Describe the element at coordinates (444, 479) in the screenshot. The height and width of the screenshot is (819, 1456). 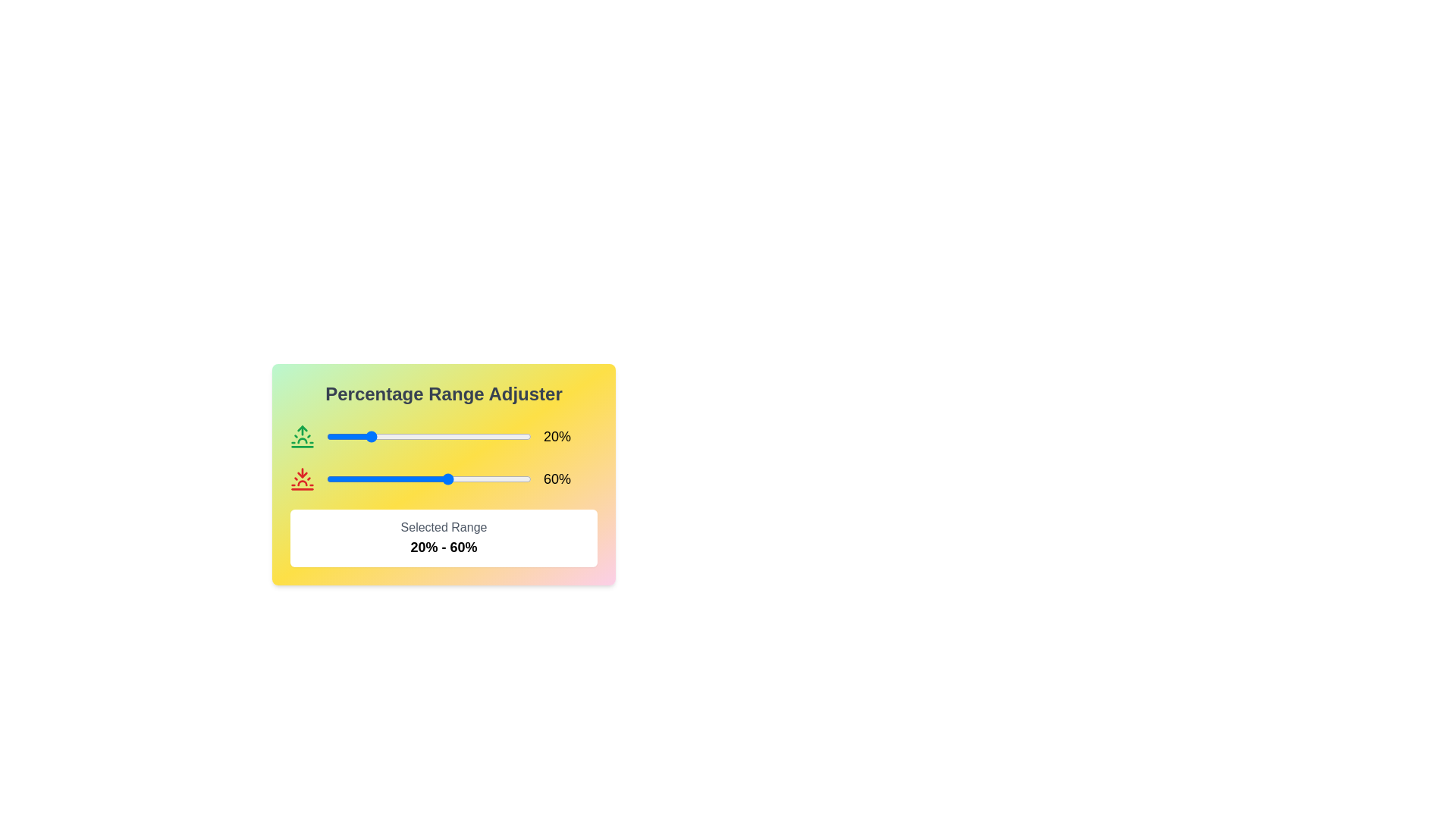
I see `the slider position` at that location.